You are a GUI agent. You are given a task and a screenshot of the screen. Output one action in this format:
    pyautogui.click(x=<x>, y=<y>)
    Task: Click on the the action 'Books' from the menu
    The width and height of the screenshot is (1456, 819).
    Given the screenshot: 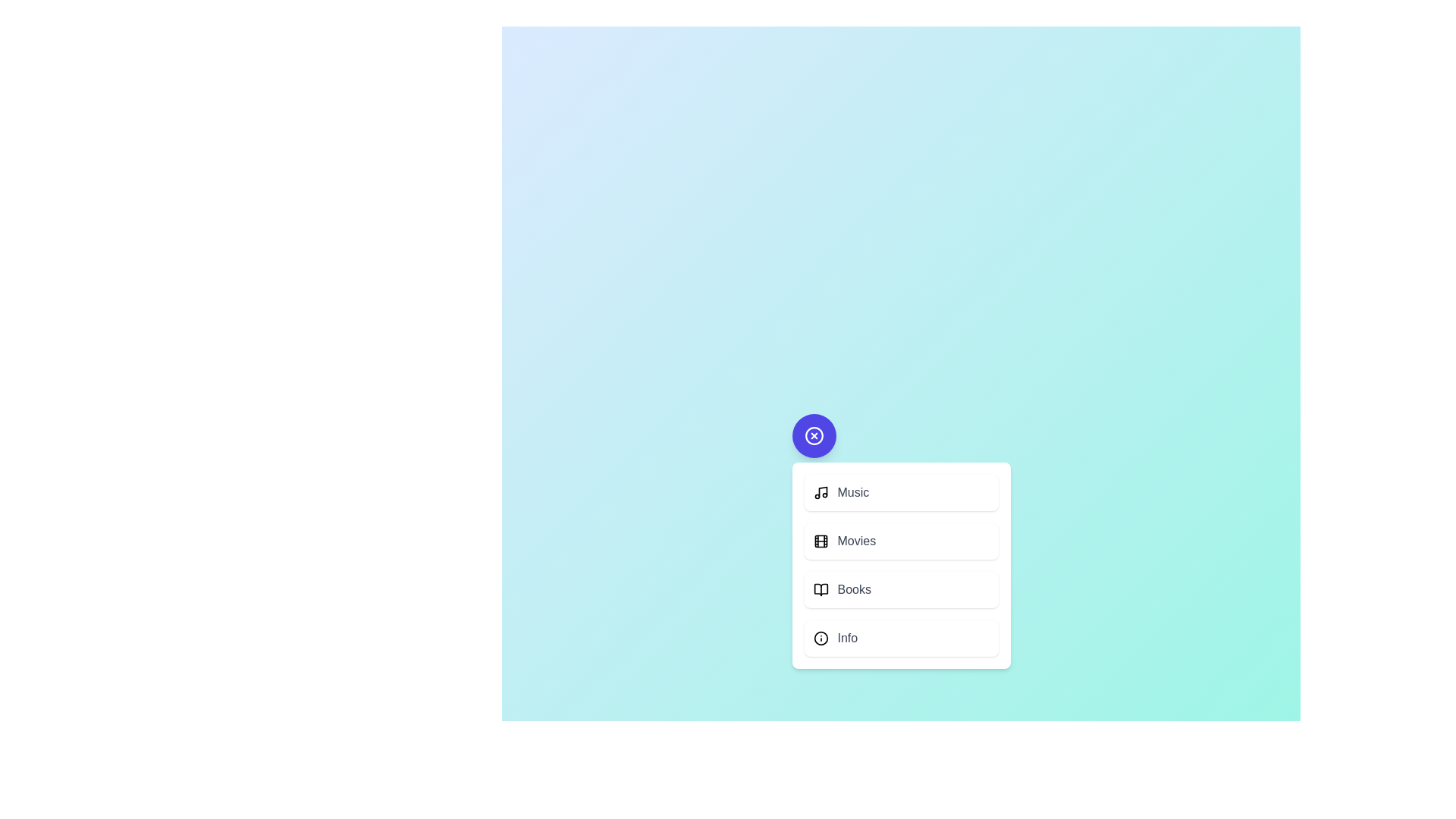 What is the action you would take?
    pyautogui.click(x=901, y=589)
    